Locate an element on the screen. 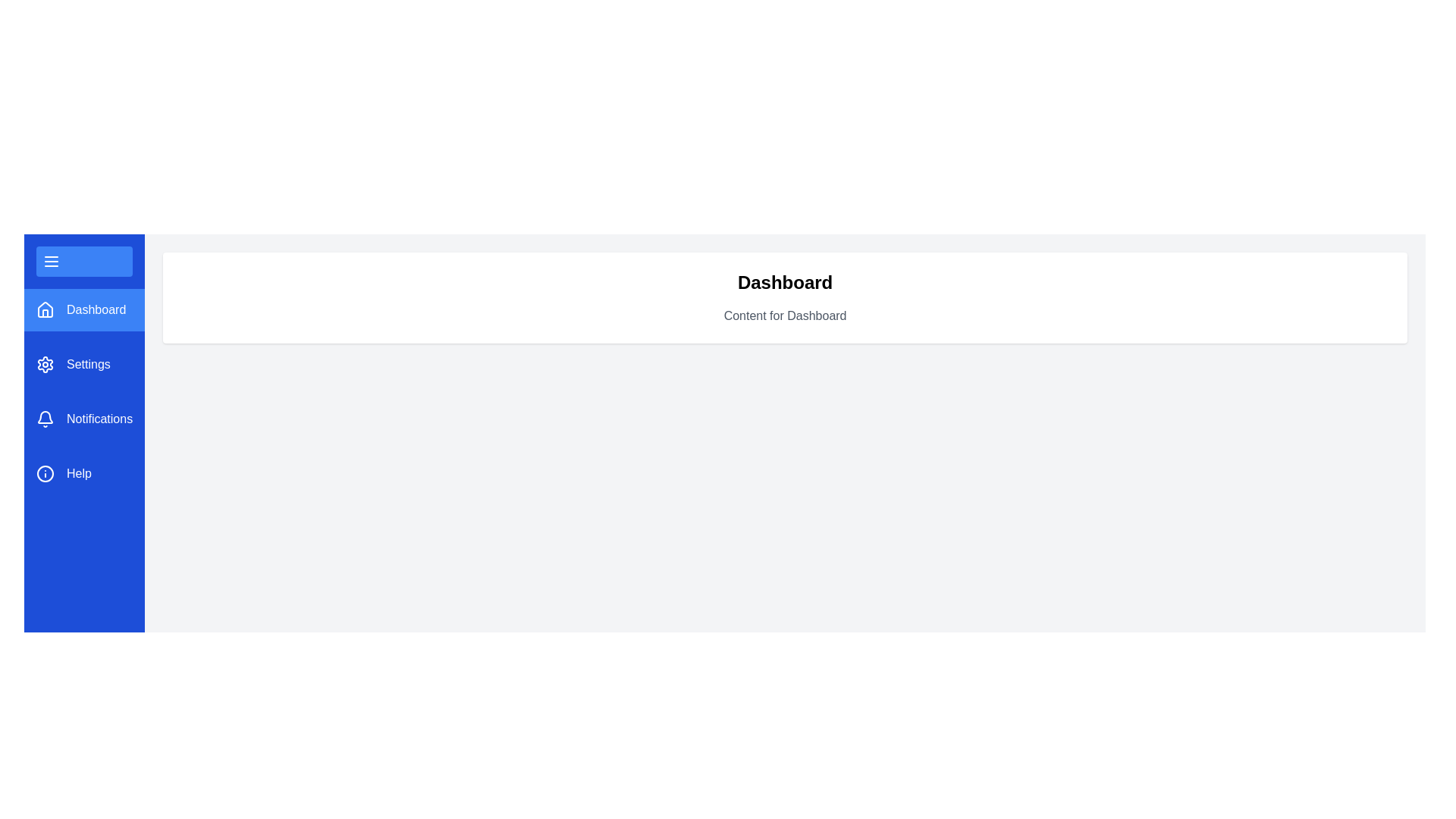 This screenshot has width=1456, height=819. the Navigation link located at the bottom of the left sidebar is located at coordinates (83, 472).